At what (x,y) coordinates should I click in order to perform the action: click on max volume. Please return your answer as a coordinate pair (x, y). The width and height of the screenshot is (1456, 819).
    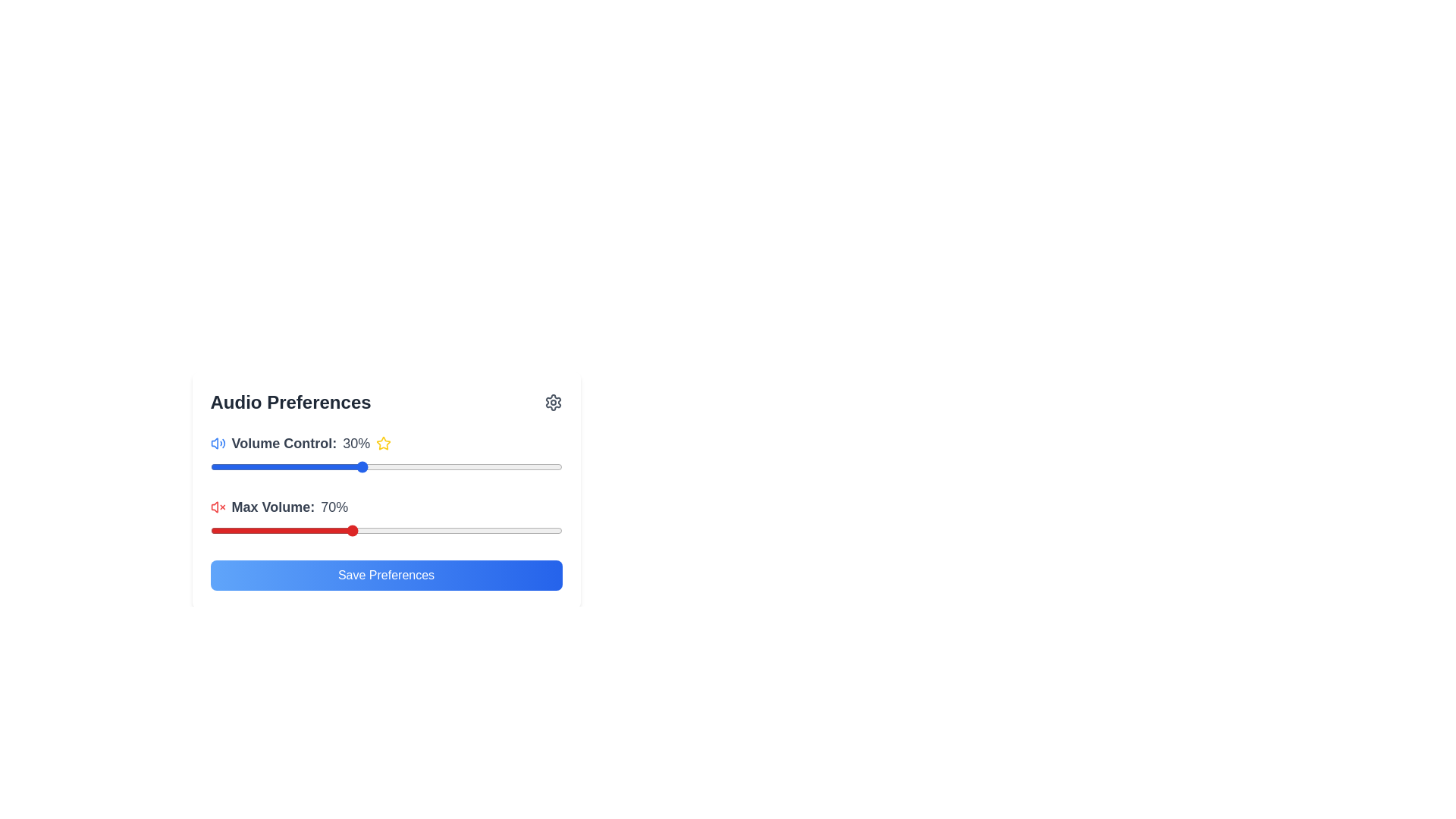
    Looking at the image, I should click on (463, 529).